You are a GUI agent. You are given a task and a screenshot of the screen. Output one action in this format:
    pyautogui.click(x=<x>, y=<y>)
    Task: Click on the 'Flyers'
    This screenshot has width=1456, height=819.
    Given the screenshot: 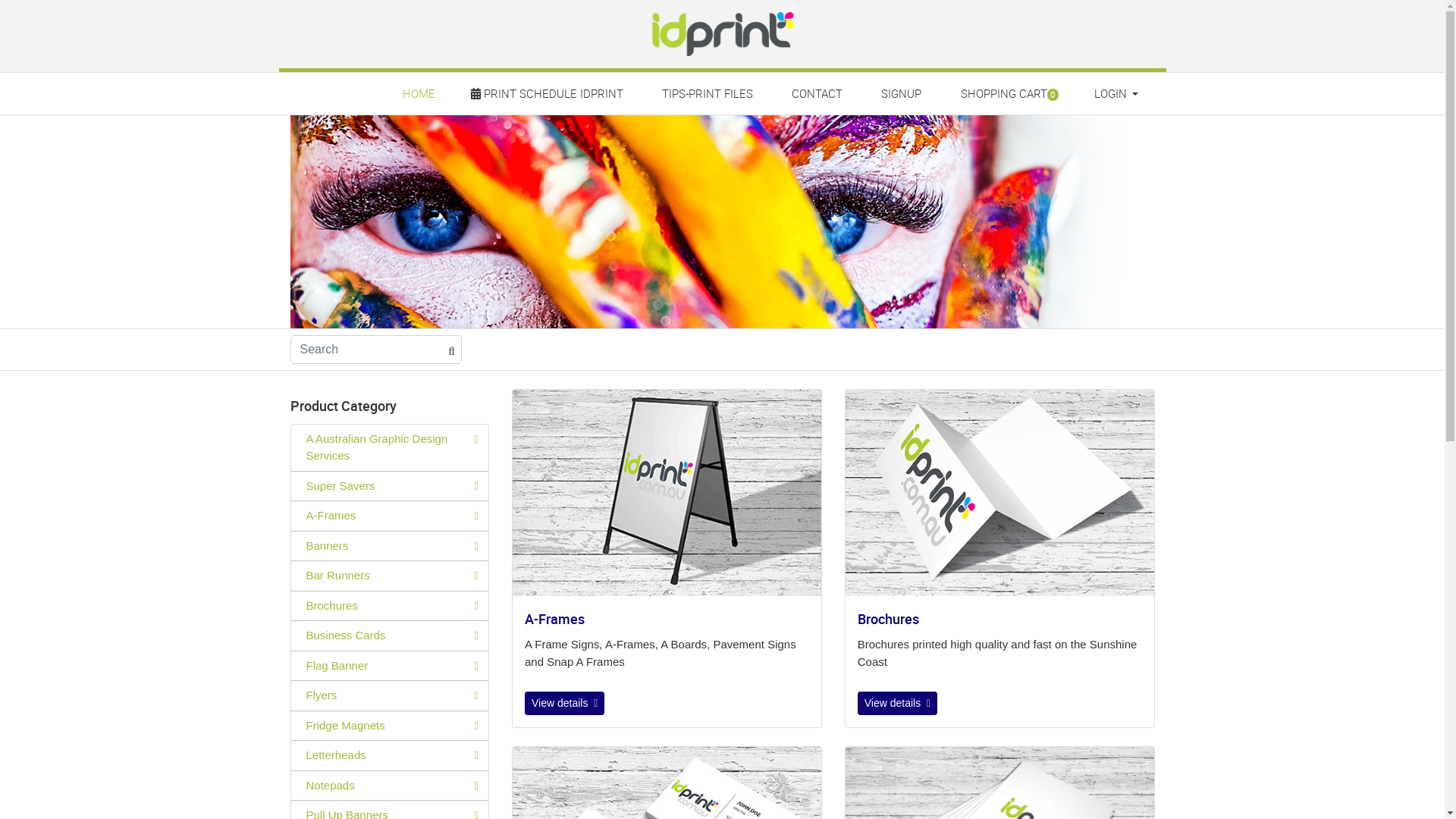 What is the action you would take?
    pyautogui.click(x=390, y=695)
    